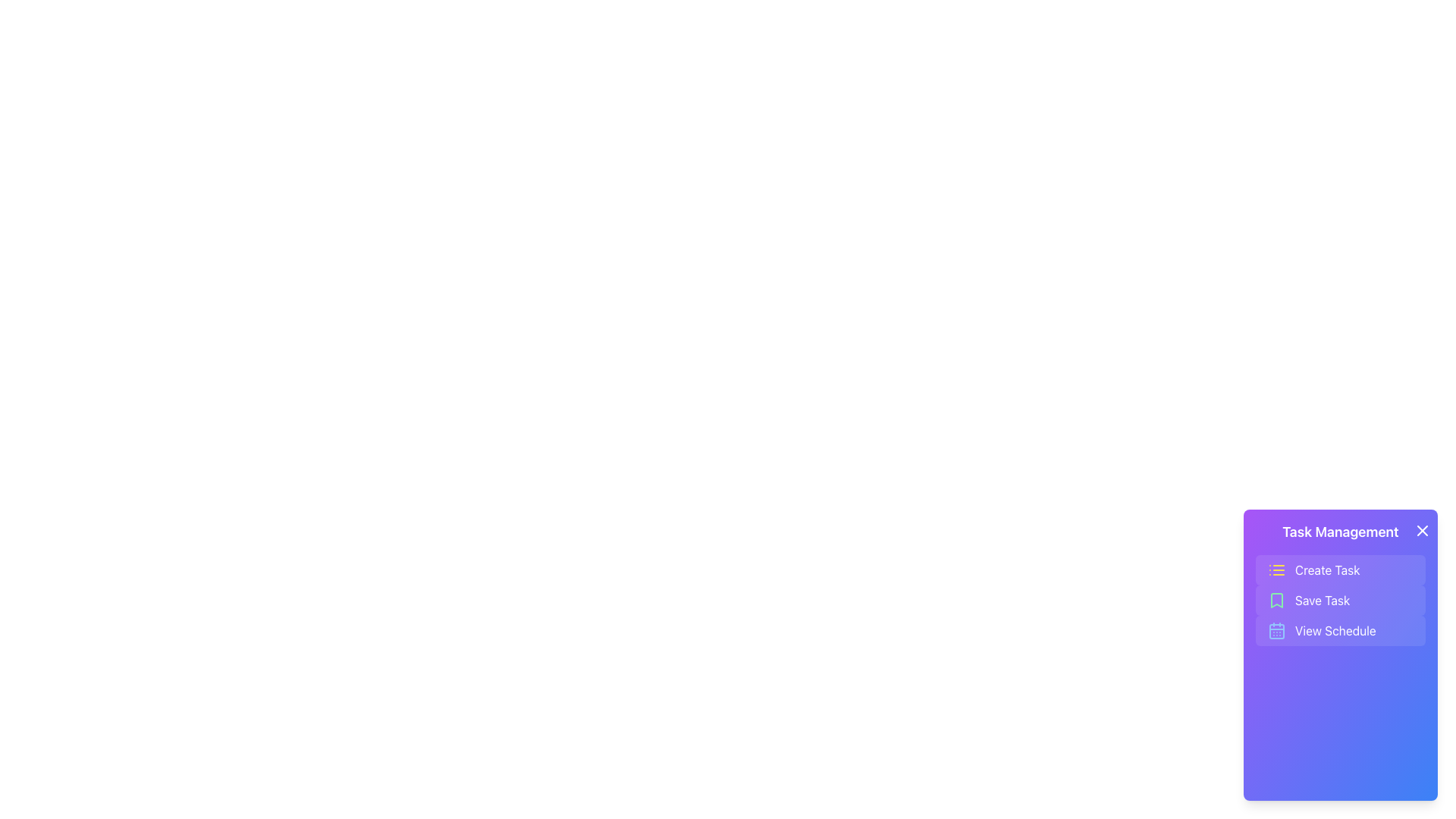 The height and width of the screenshot is (819, 1456). Describe the element at coordinates (1322, 599) in the screenshot. I see `the 'Save Task' button, which displays bold text and is part of a button component with a bookmark icon, located in the 'Task Management' panel` at that location.